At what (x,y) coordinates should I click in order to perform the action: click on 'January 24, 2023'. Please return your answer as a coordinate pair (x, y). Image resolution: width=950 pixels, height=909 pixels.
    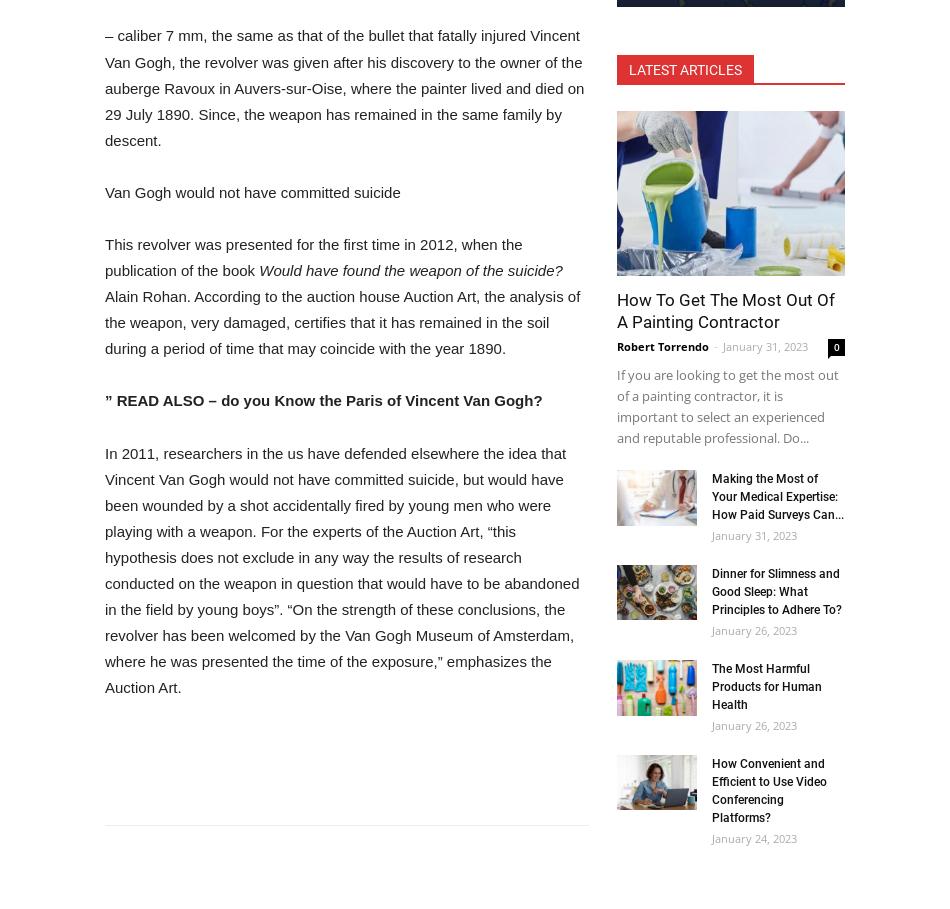
    Looking at the image, I should click on (753, 838).